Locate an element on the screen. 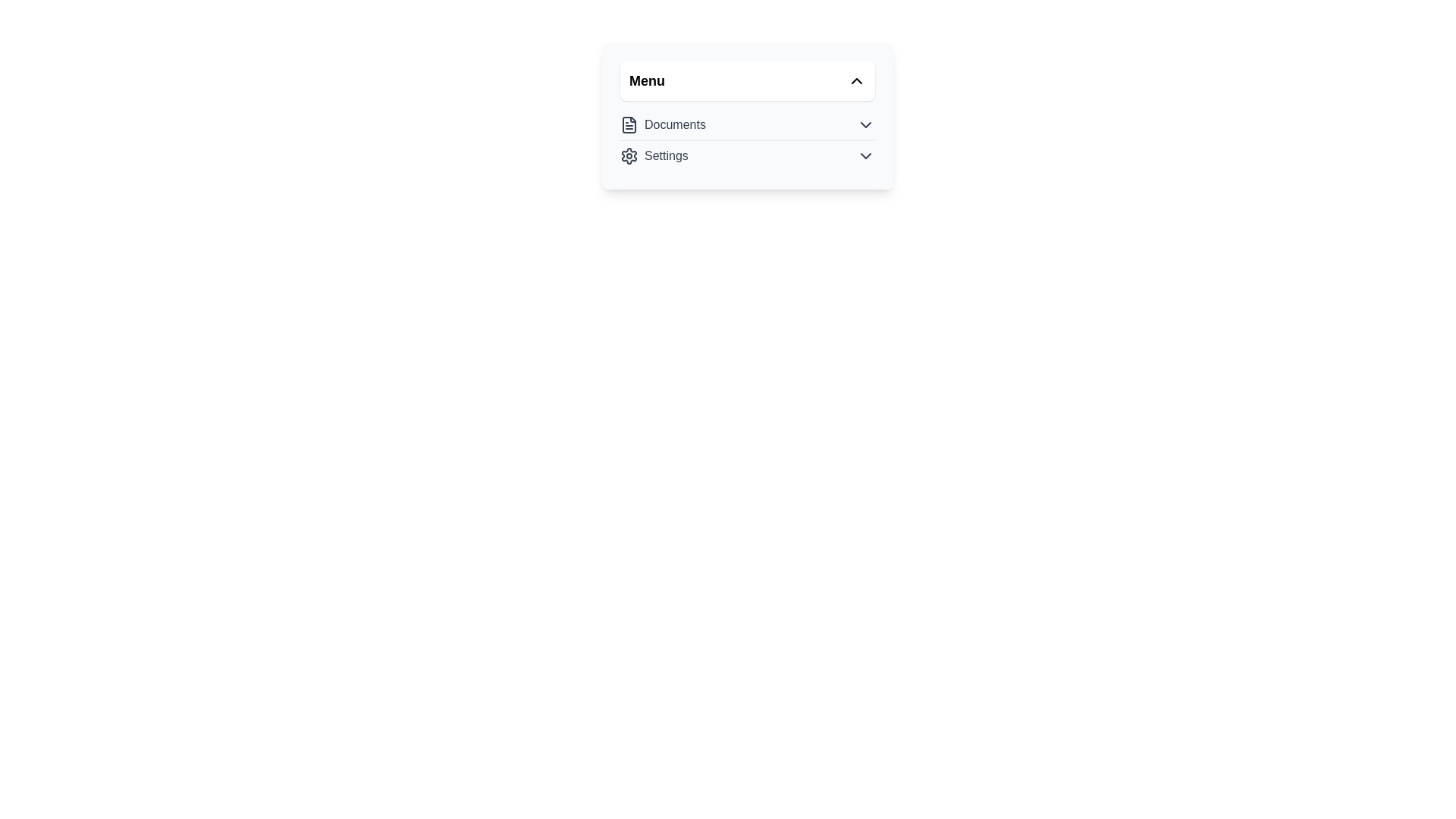 The width and height of the screenshot is (1456, 819). the chevron icon located to the far right of the 'Settings' label is located at coordinates (866, 155).